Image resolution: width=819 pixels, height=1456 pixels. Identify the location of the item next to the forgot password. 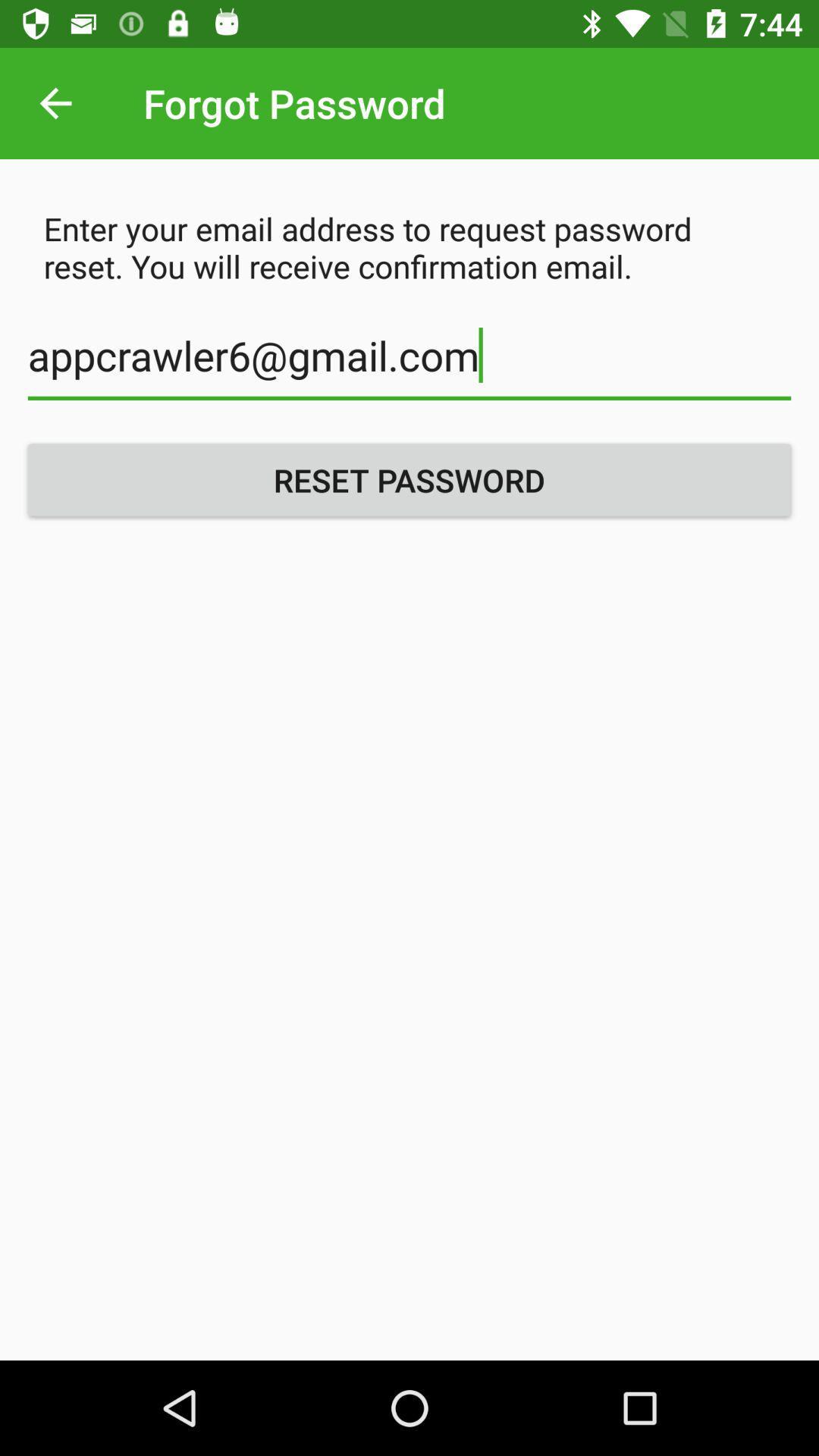
(55, 102).